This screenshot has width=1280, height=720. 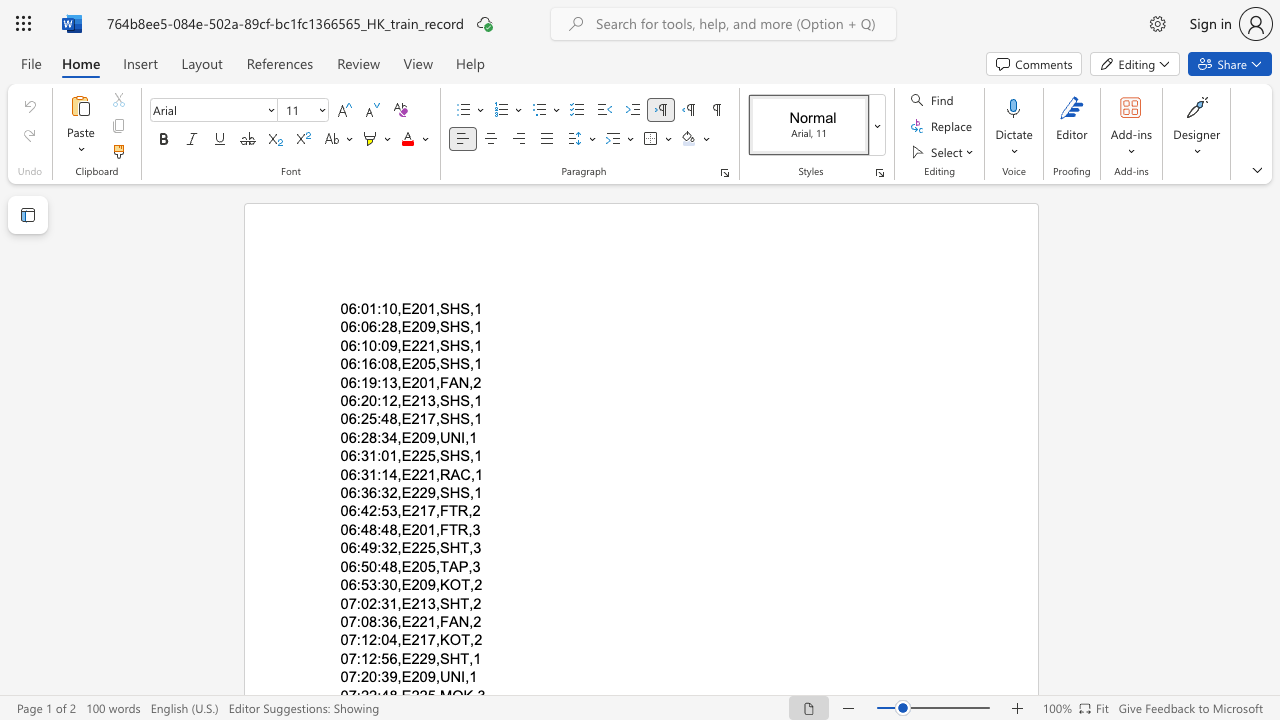 I want to click on the subset text ",FTR," within the text "06:42:53,E217,FTR,2", so click(x=434, y=510).